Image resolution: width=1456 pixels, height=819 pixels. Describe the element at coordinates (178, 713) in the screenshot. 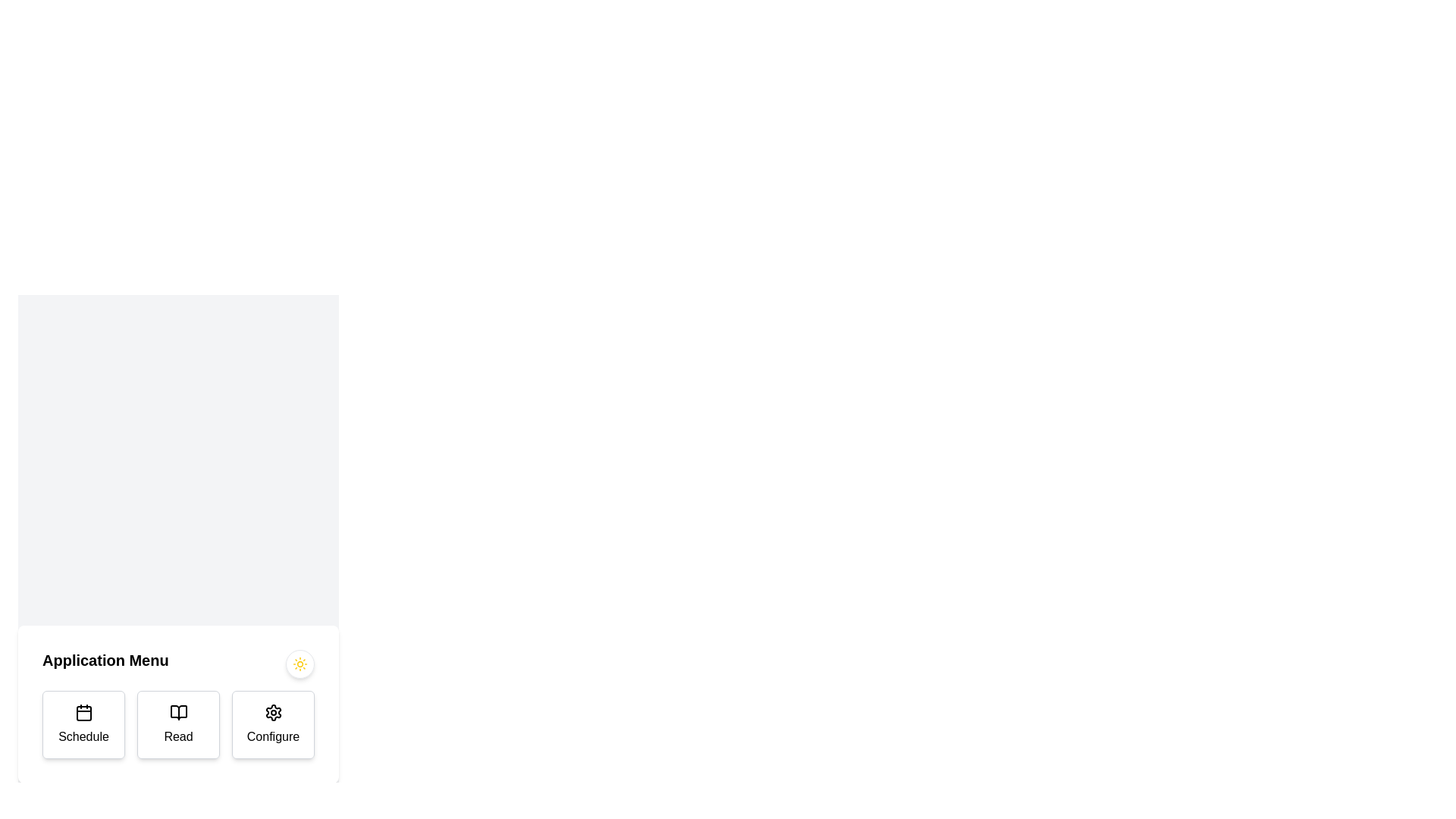

I see `the open book icon above the 'Read' label` at that location.